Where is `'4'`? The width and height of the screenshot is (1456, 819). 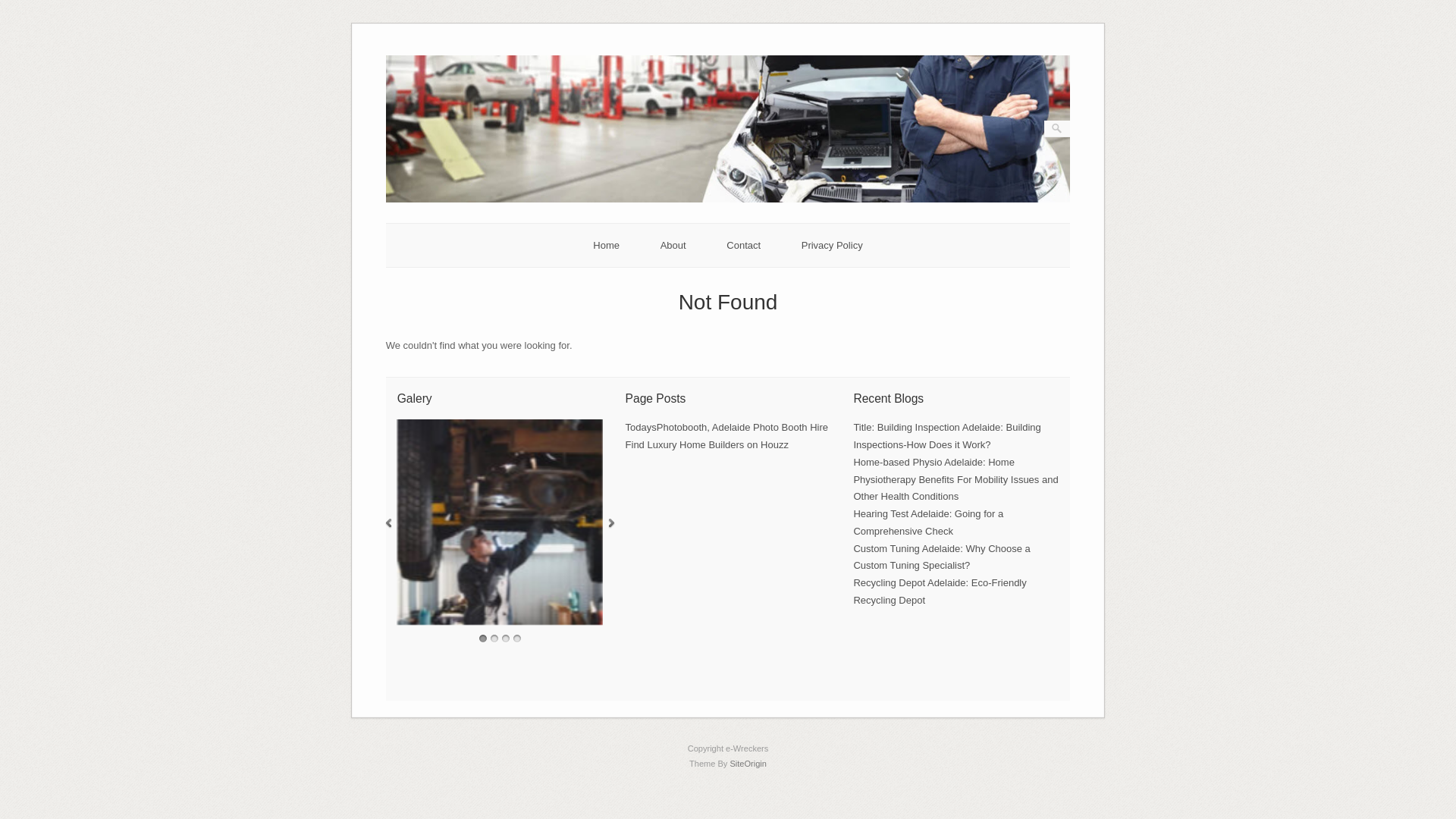 '4' is located at coordinates (516, 639).